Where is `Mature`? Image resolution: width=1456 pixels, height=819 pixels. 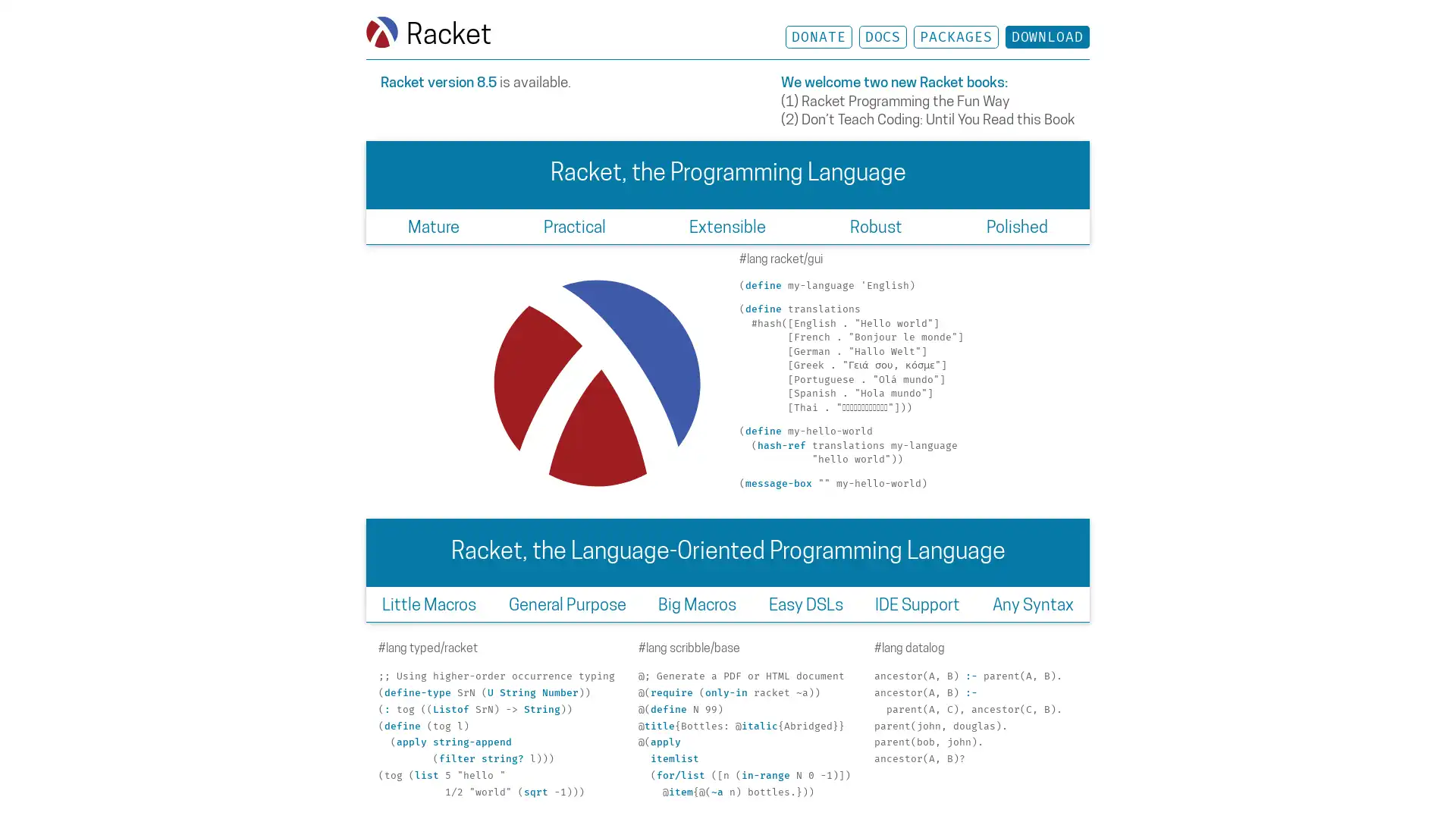 Mature is located at coordinates (432, 226).